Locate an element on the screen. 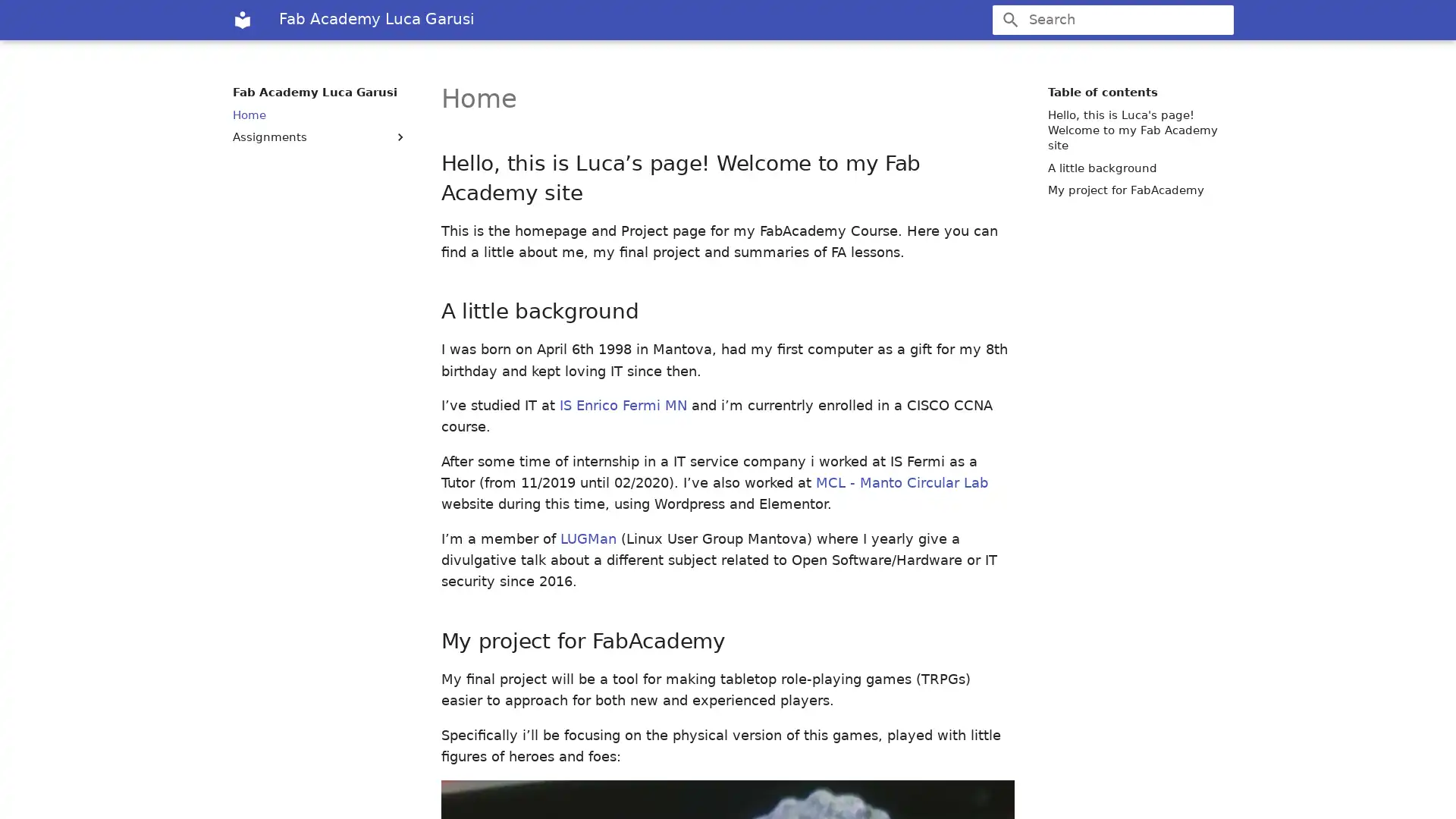 This screenshot has height=819, width=1456. Clear is located at coordinates (1215, 20).